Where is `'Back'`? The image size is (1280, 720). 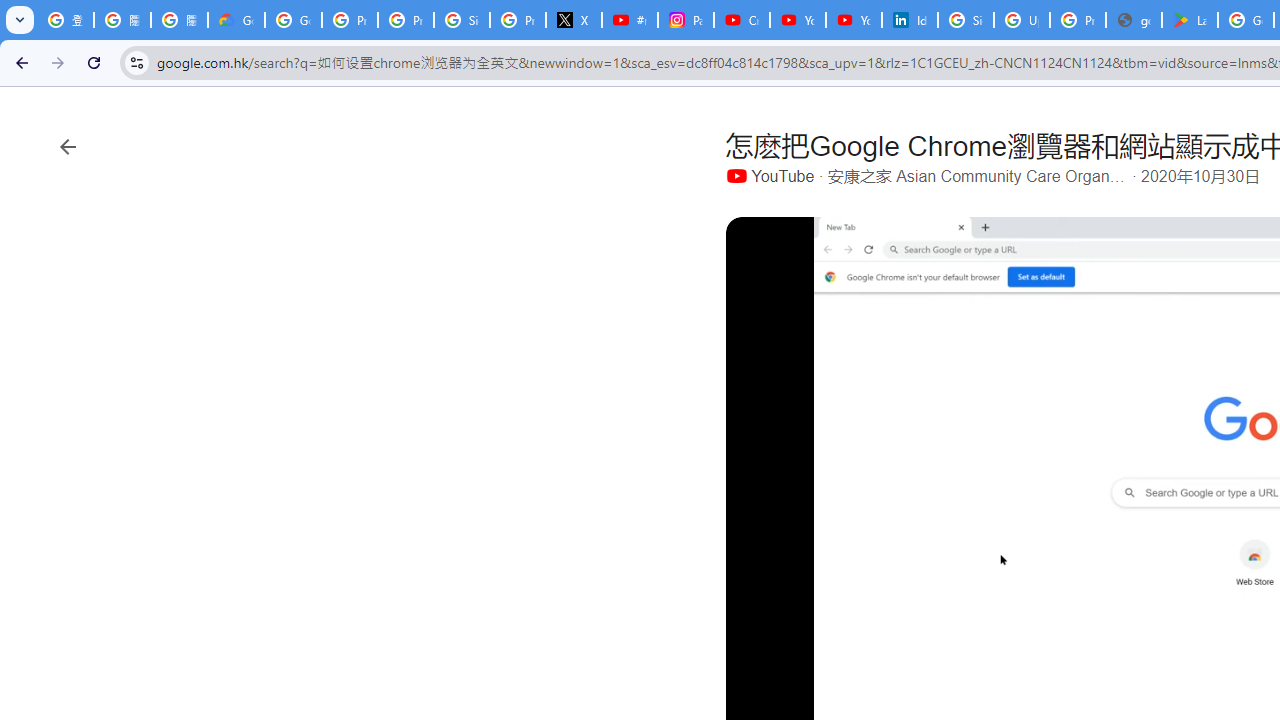 'Back' is located at coordinates (19, 61).